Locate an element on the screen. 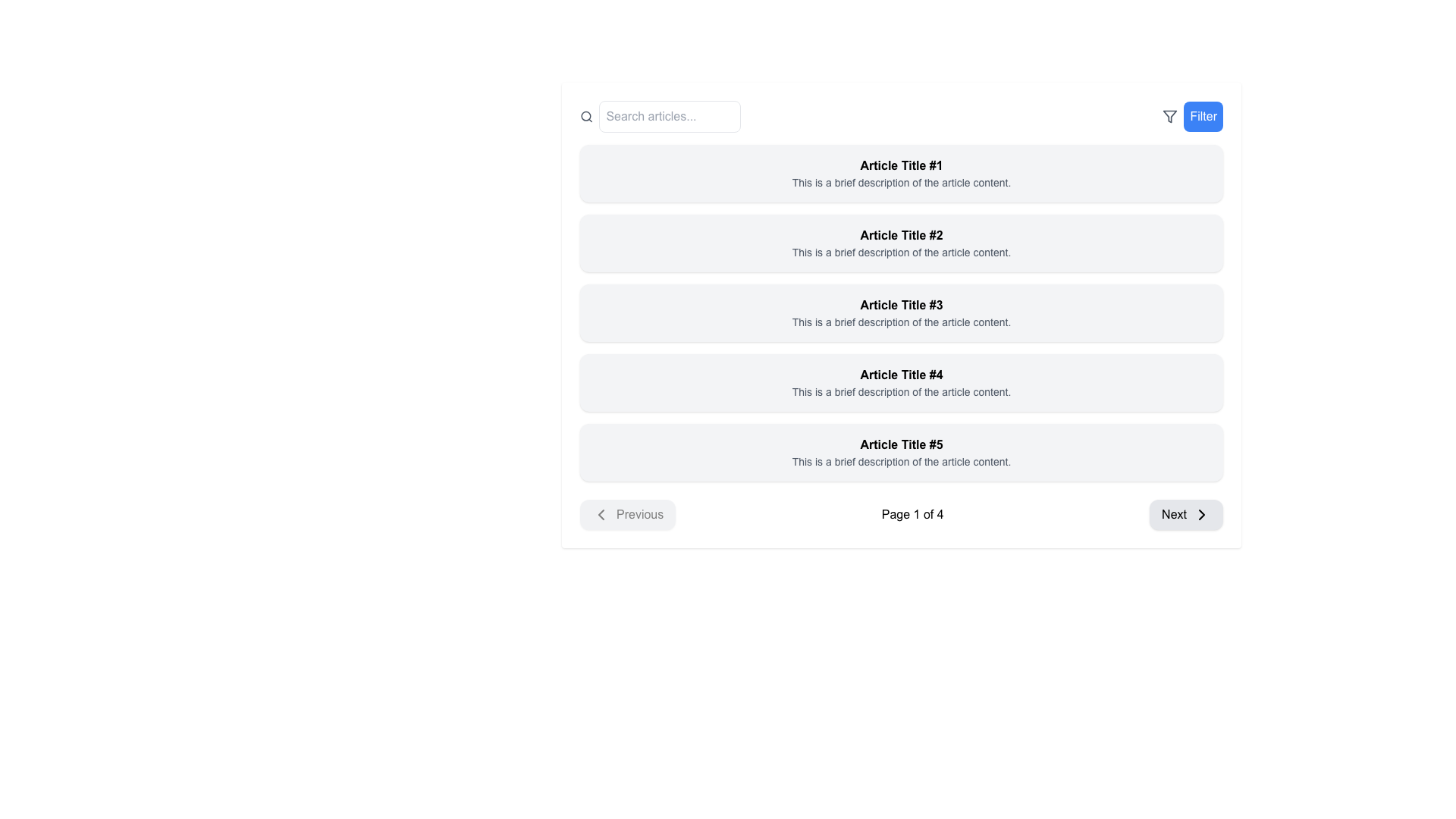 The image size is (1456, 819). textual description located immediately below the title text 'Article Title #3' in the third list item of the articles collection is located at coordinates (902, 321).